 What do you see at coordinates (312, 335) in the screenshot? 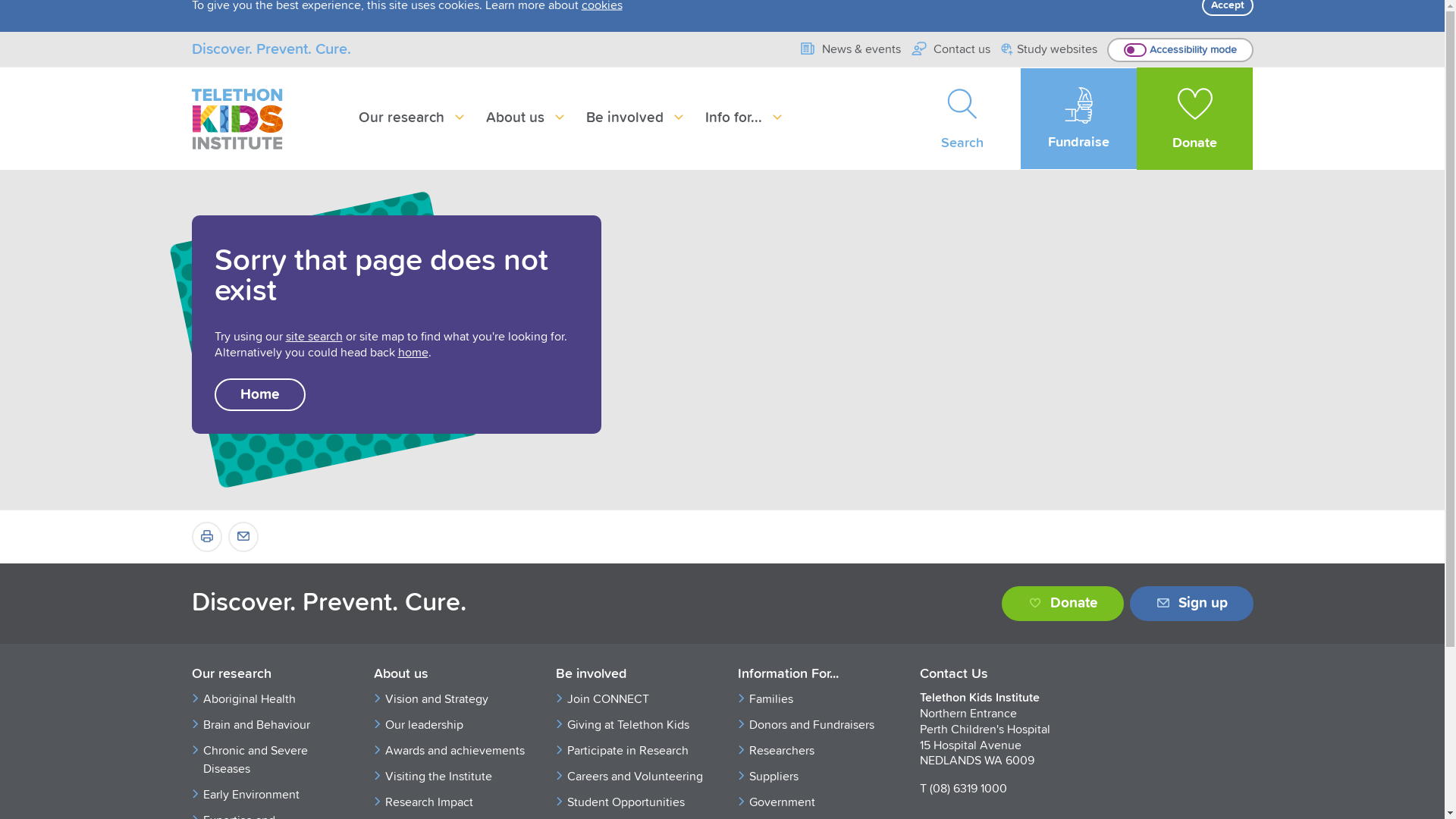
I see `'site search'` at bounding box center [312, 335].